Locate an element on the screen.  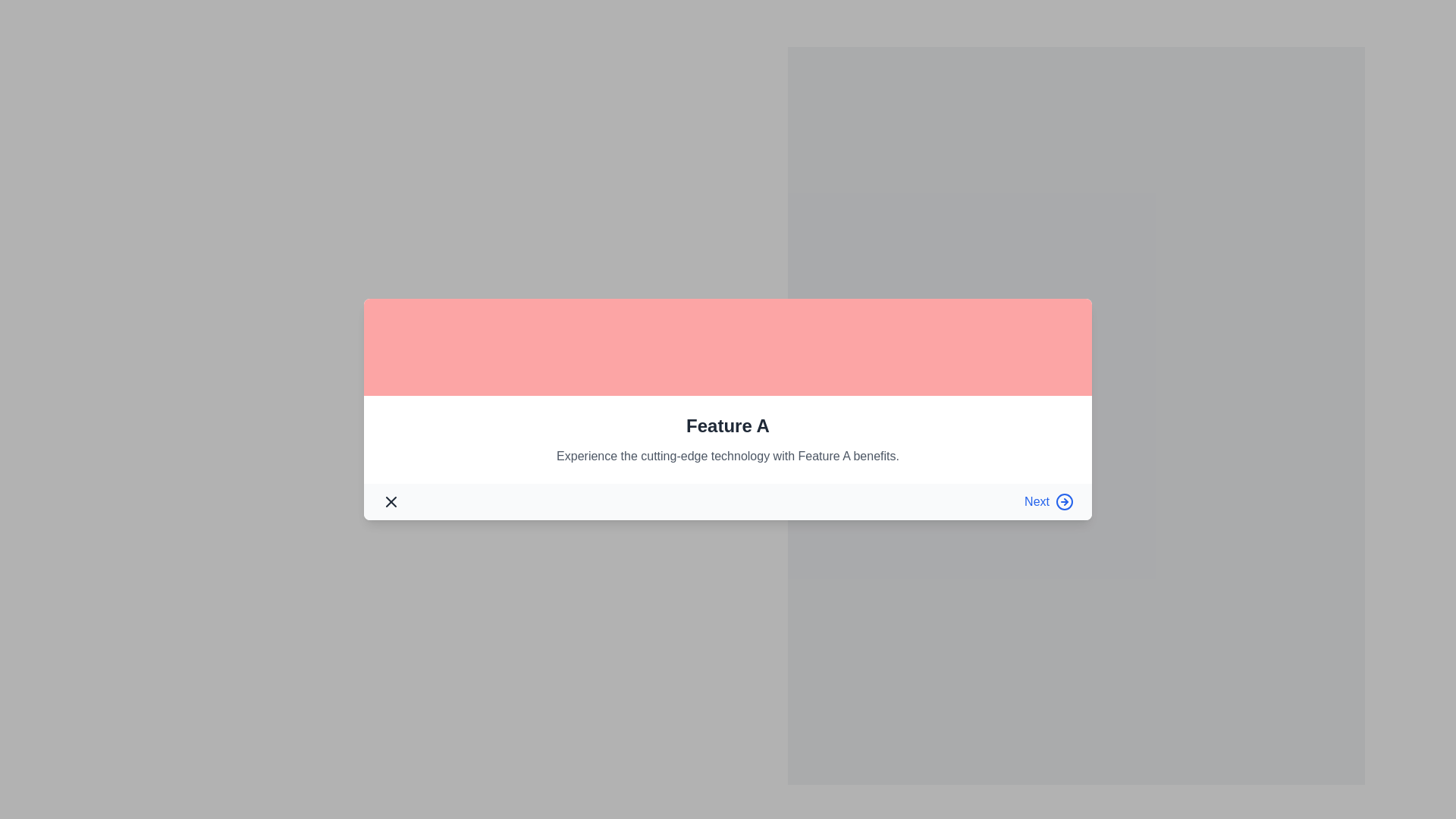
the close button located at the bottom-left corner of the modal to trigger a hover effect is located at coordinates (391, 502).